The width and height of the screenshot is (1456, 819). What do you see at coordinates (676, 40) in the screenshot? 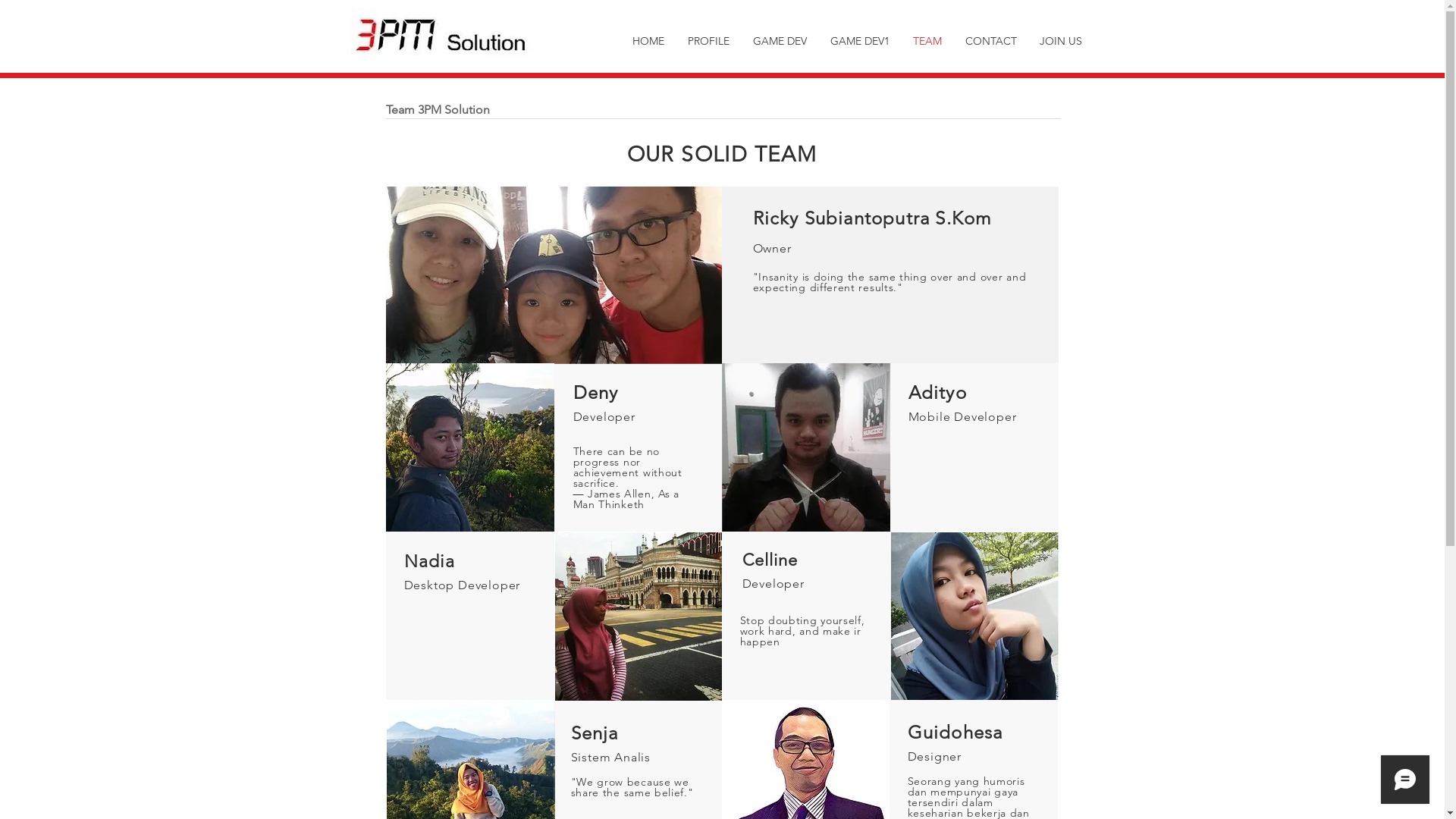
I see `'PROFILE'` at bounding box center [676, 40].